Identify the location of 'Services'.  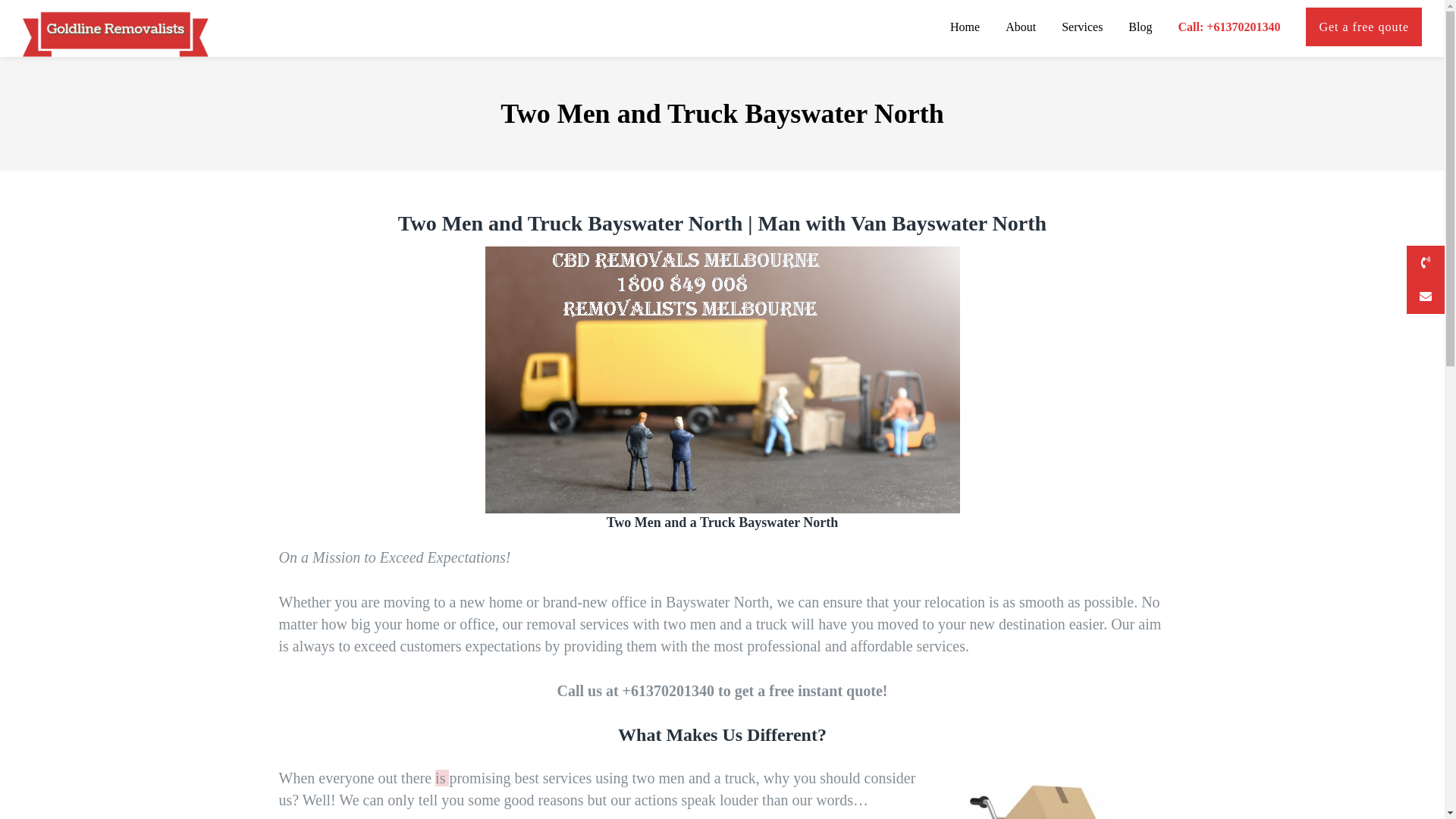
(1081, 28).